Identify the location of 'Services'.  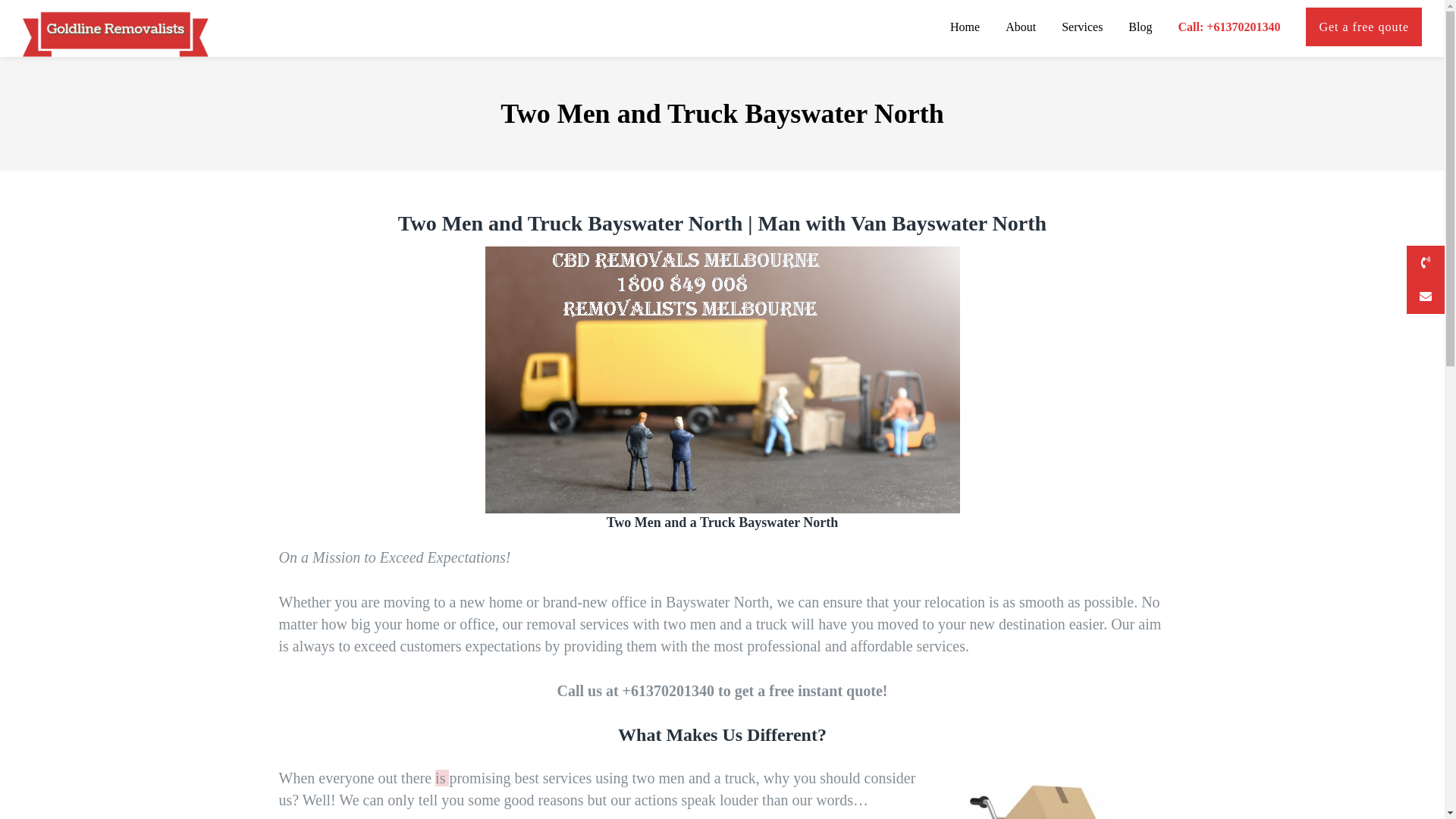
(1081, 28).